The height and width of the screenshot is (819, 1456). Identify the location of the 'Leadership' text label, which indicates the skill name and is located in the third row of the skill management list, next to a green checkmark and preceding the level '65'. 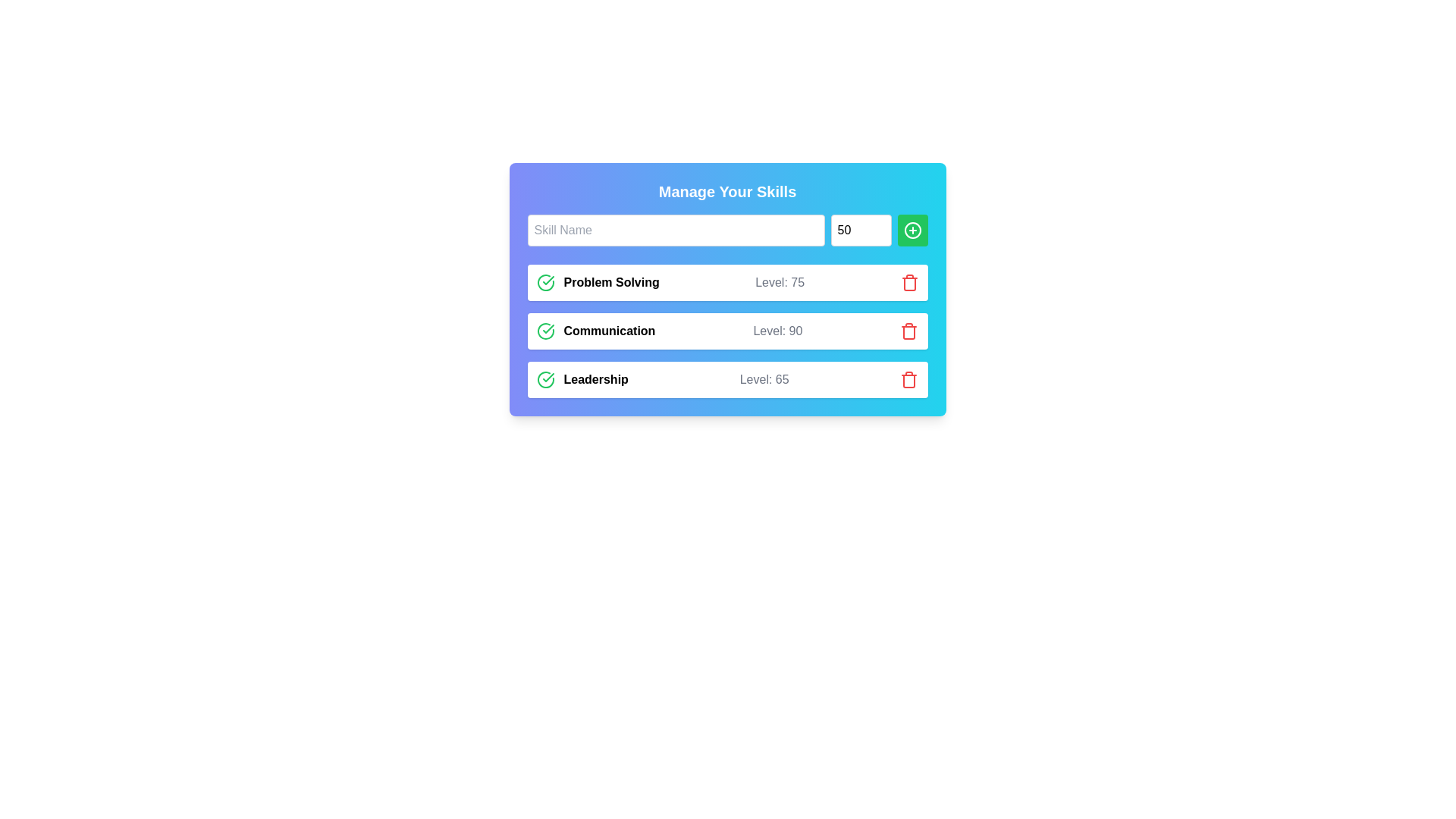
(595, 379).